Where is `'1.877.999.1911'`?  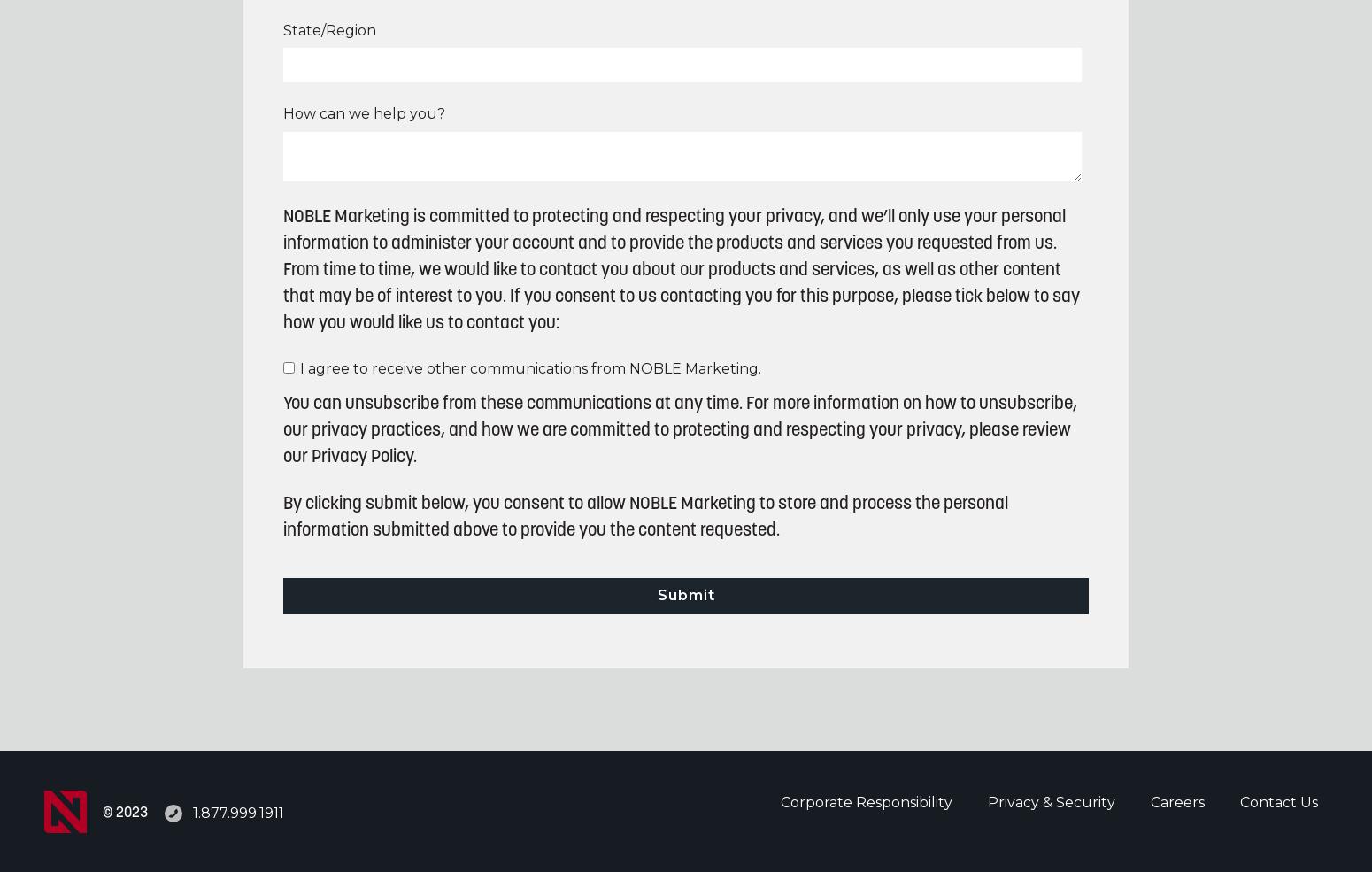 '1.877.999.1911' is located at coordinates (238, 812).